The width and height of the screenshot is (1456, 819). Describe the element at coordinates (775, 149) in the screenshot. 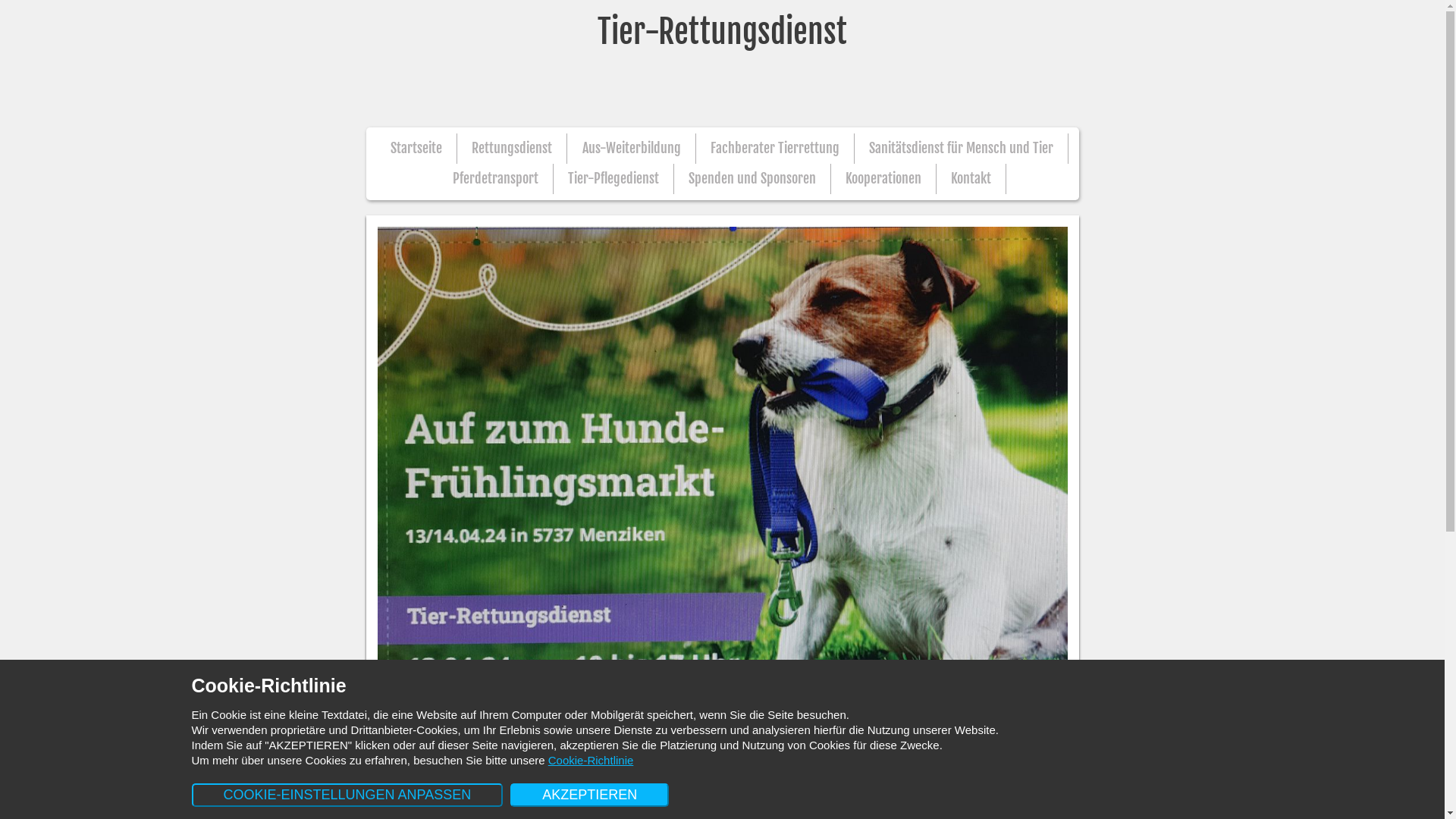

I see `'Fachberater Tierrettung'` at that location.